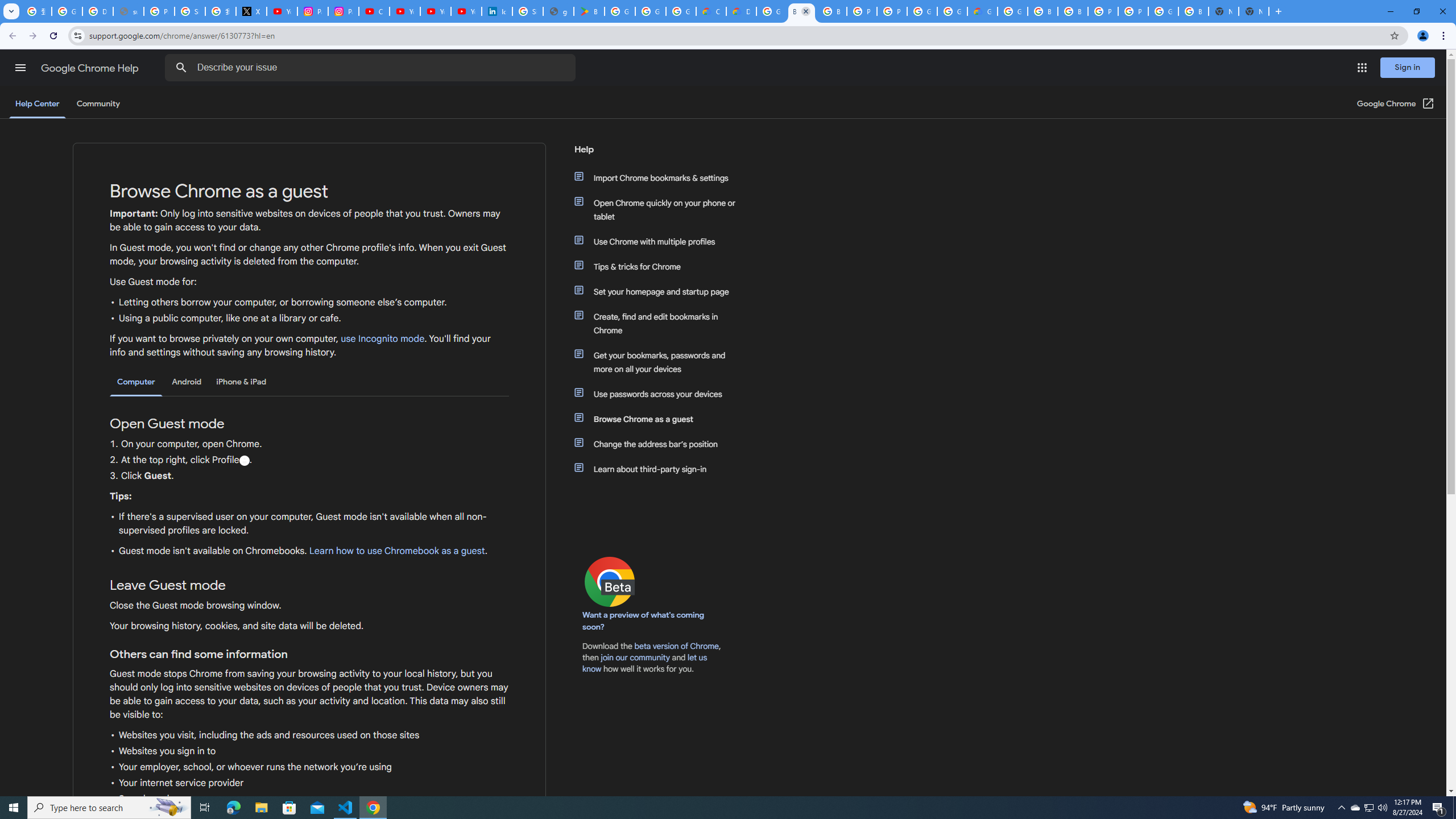 The width and height of the screenshot is (1456, 819). What do you see at coordinates (396, 551) in the screenshot?
I see `'Learn how to use Chromebook as a guest'` at bounding box center [396, 551].